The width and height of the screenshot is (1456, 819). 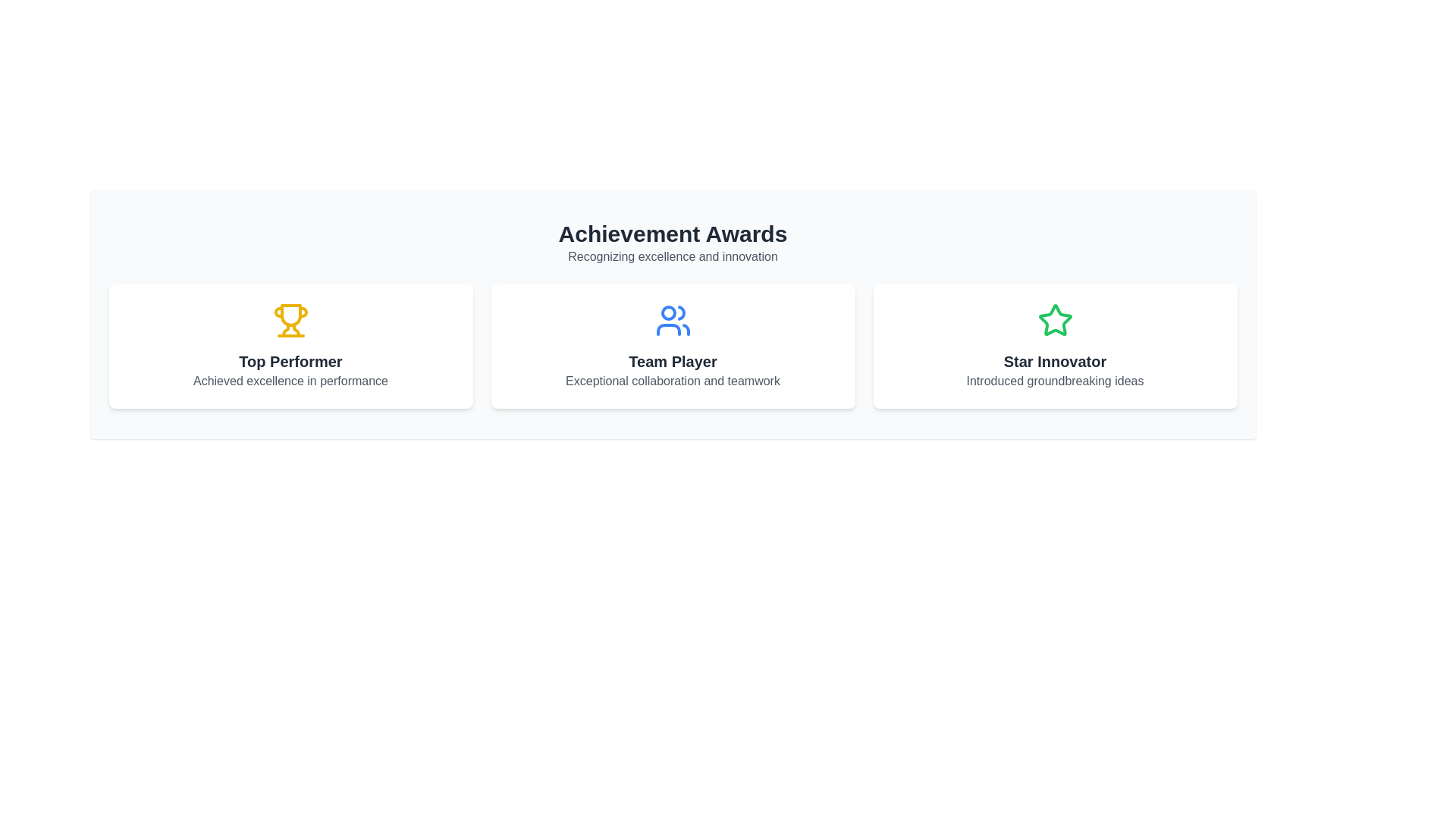 What do you see at coordinates (290, 315) in the screenshot?
I see `the trophy-shaped icon in orange color, which is located in the center of the white card titled 'Top Performer.'` at bounding box center [290, 315].